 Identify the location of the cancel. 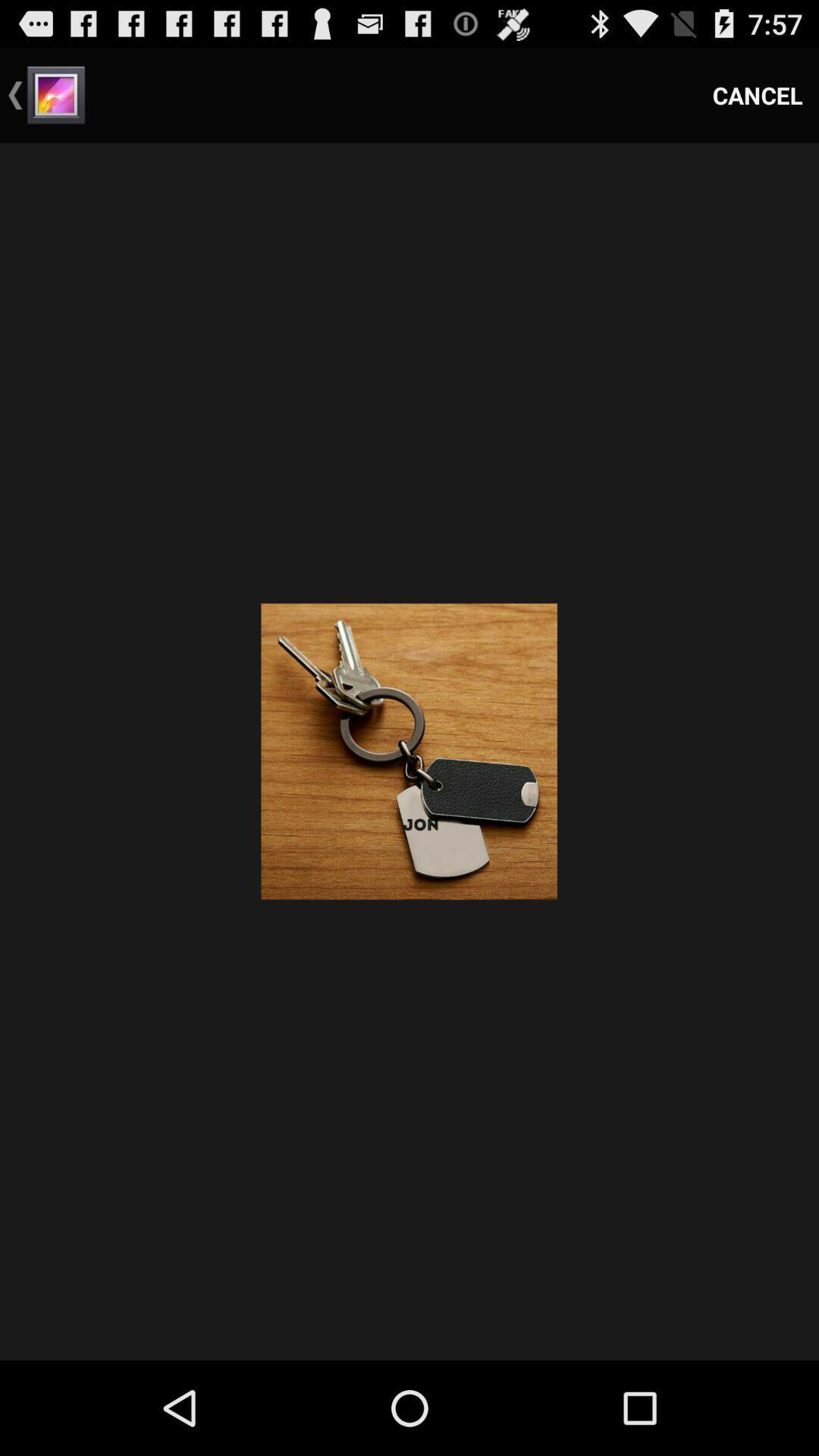
(758, 94).